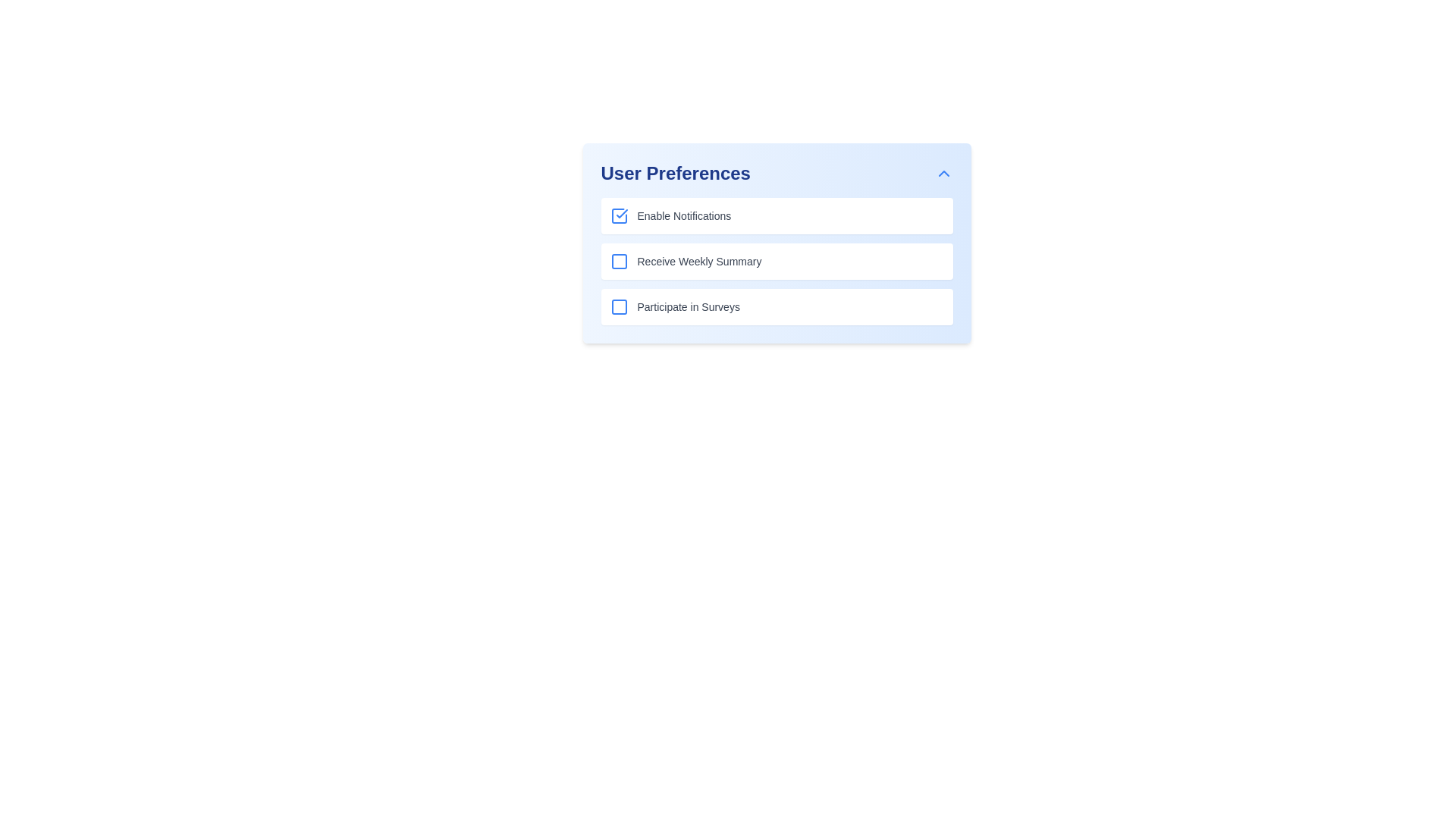 This screenshot has width=1456, height=819. I want to click on the Checkbox with a blue border located to the left of the text 'Receive Weekly Summary', so click(619, 260).